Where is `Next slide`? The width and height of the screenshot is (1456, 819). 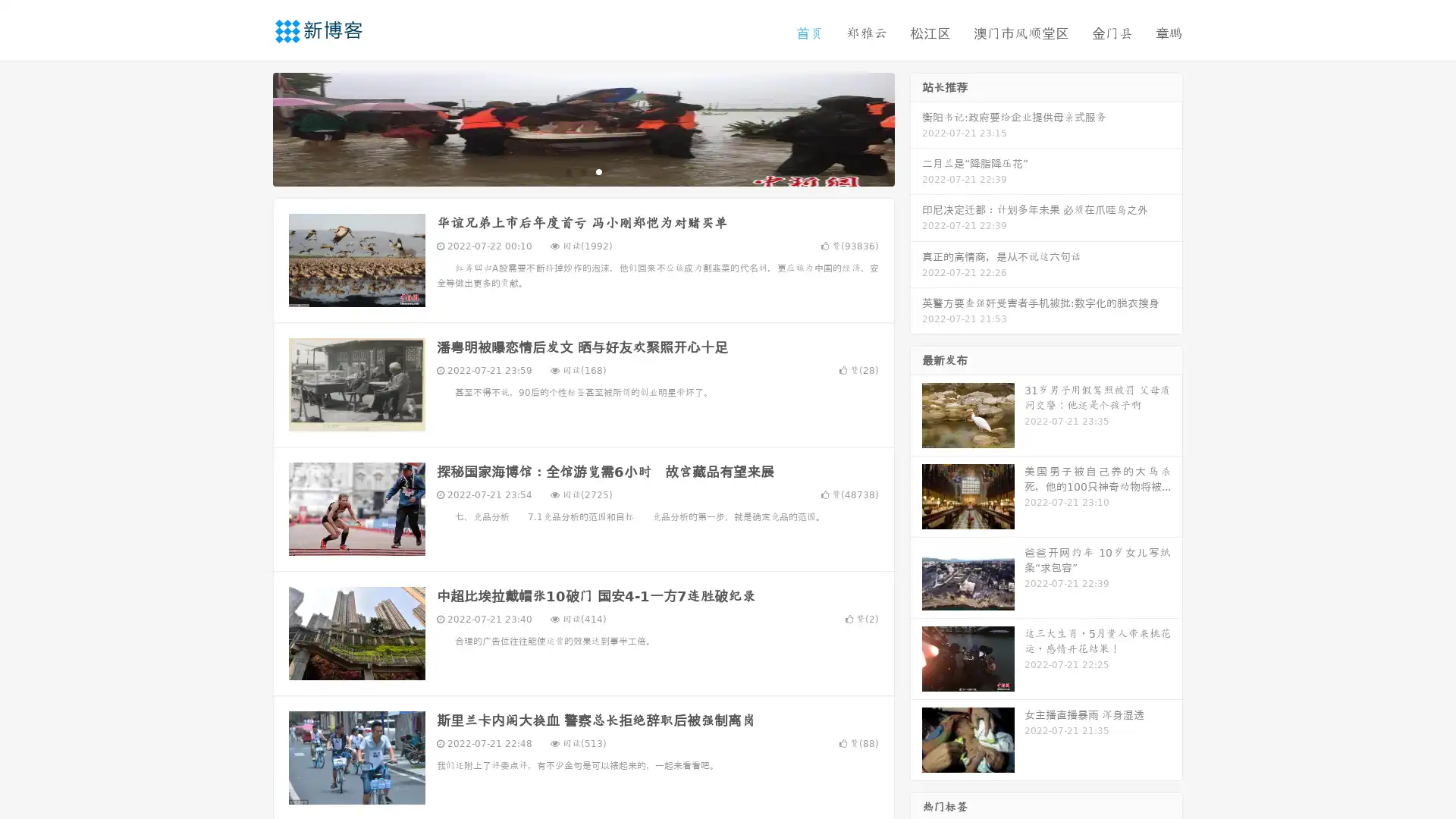 Next slide is located at coordinates (916, 127).